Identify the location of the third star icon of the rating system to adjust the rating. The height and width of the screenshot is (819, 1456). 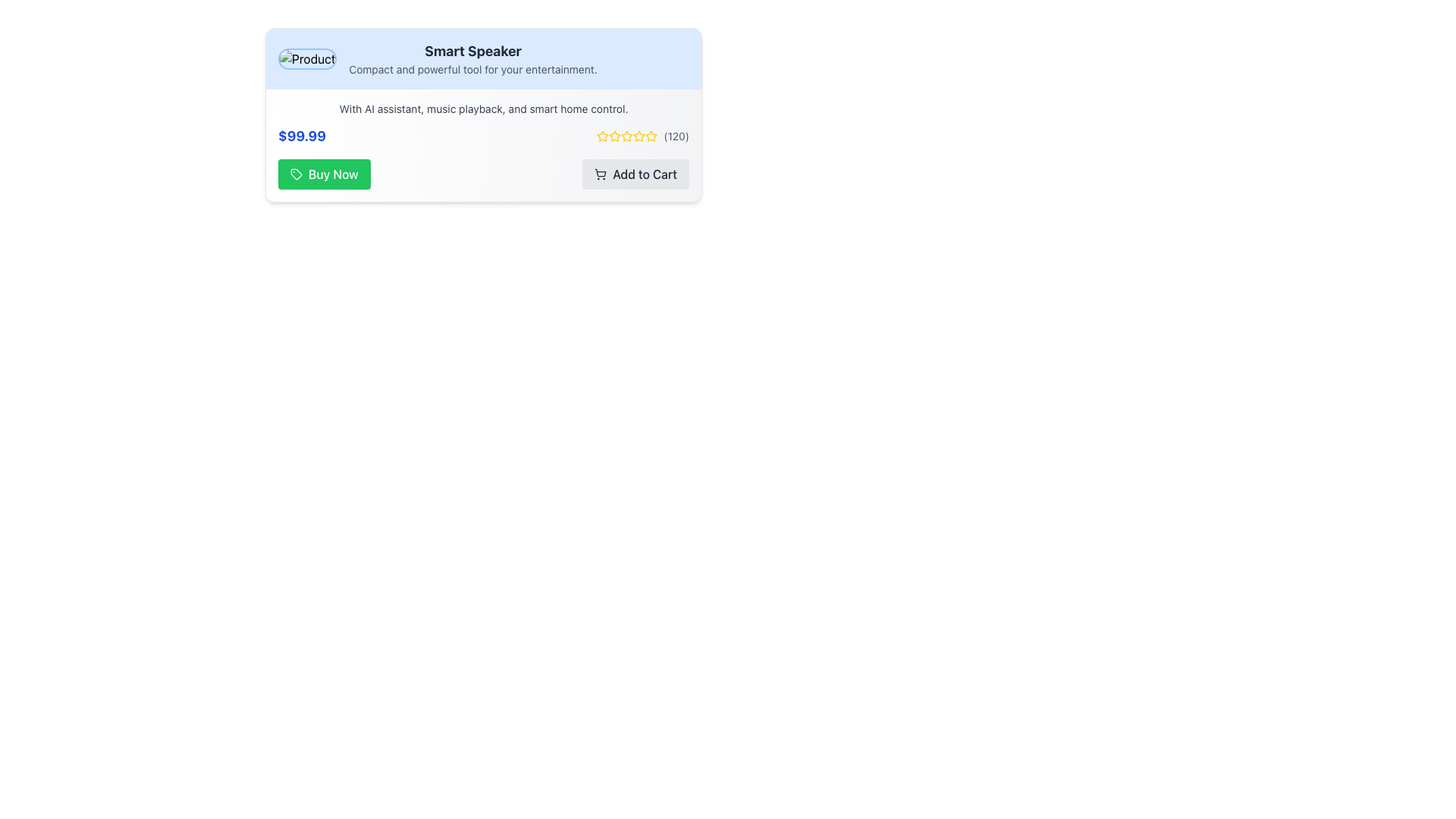
(639, 135).